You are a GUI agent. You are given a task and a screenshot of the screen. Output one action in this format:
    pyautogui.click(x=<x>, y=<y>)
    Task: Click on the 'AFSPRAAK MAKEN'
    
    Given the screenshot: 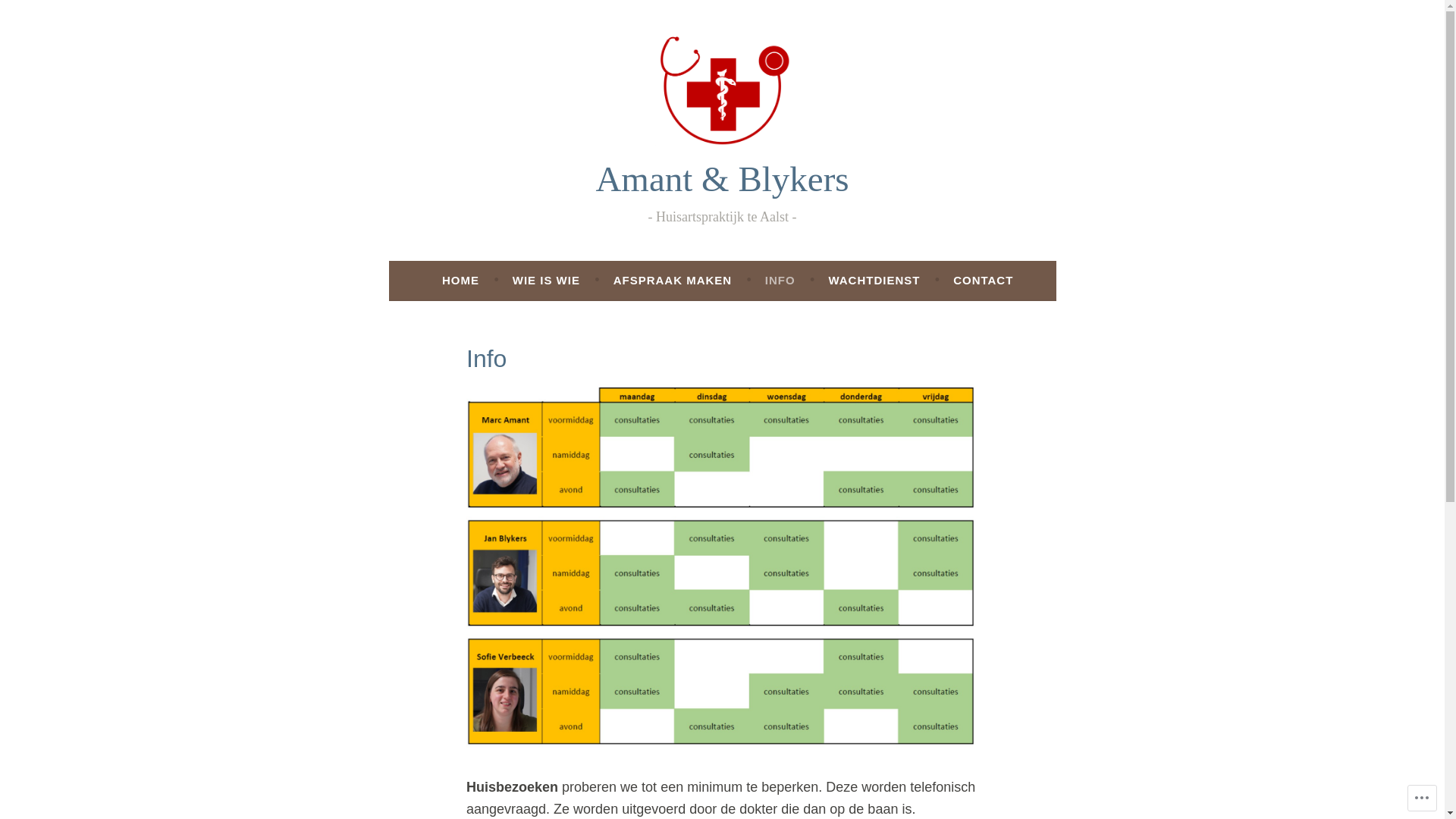 What is the action you would take?
    pyautogui.click(x=672, y=281)
    